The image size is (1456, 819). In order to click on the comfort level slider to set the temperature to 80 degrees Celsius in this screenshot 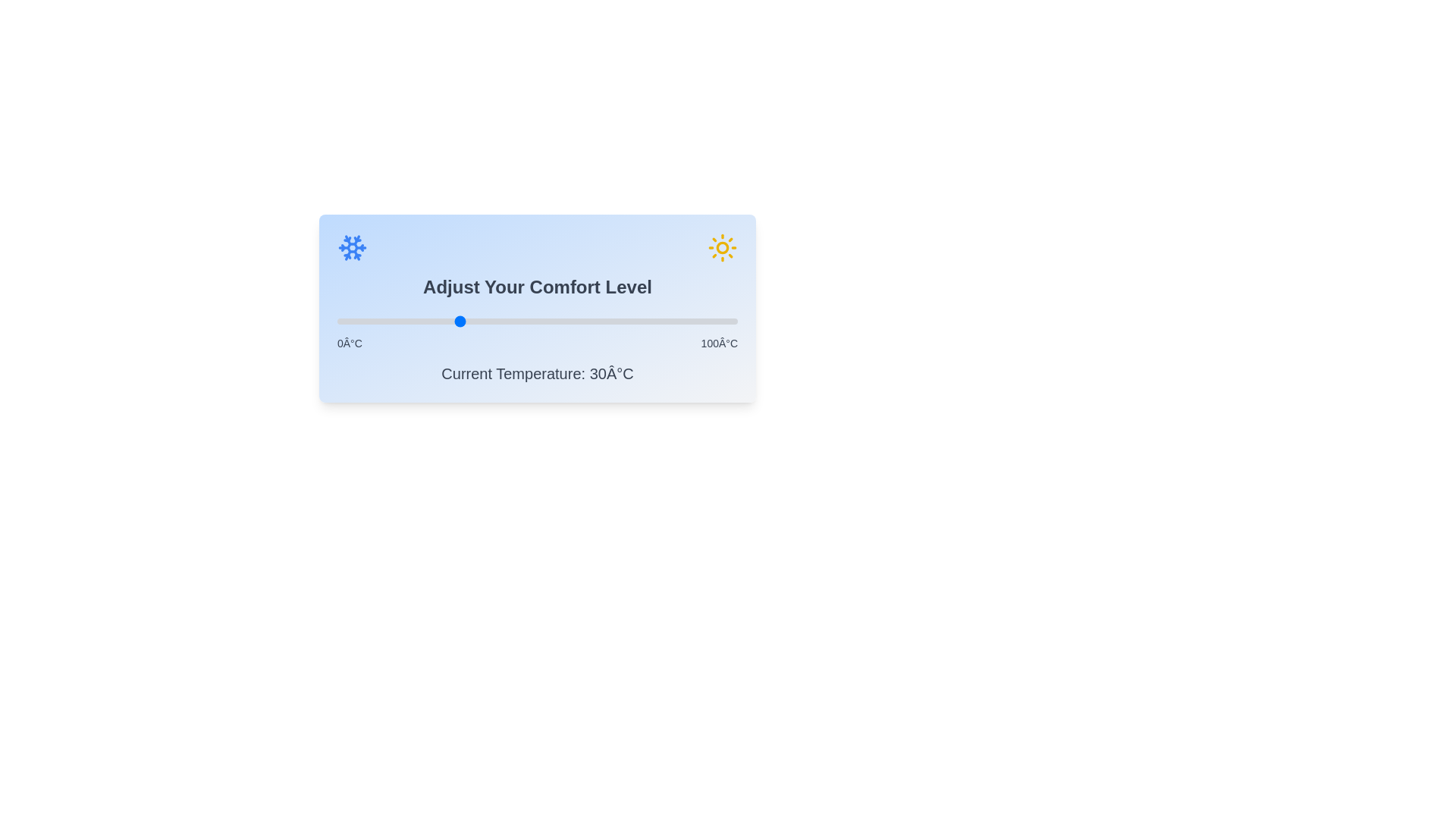, I will do `click(657, 321)`.